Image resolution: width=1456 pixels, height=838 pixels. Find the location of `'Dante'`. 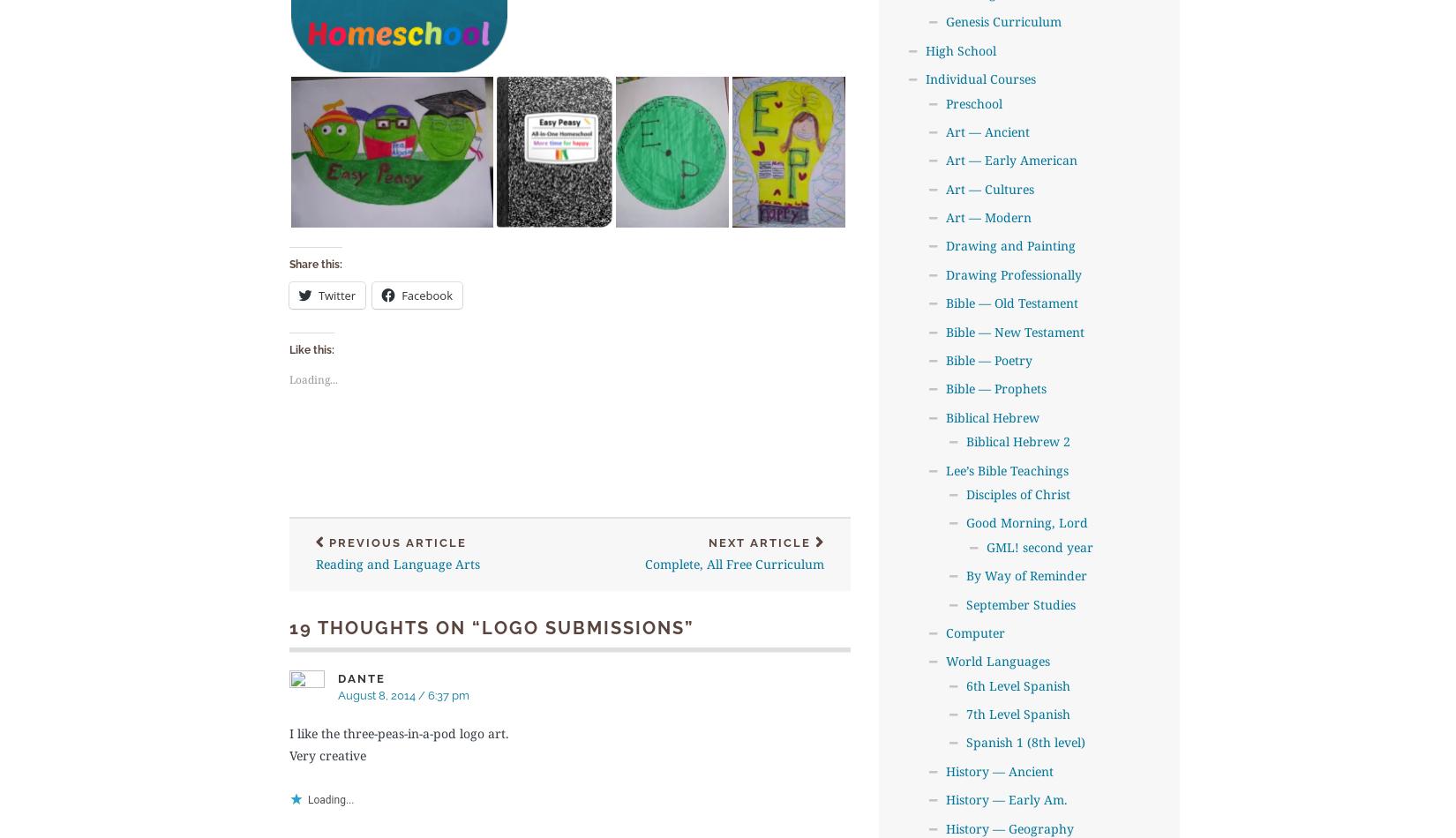

'Dante' is located at coordinates (362, 677).